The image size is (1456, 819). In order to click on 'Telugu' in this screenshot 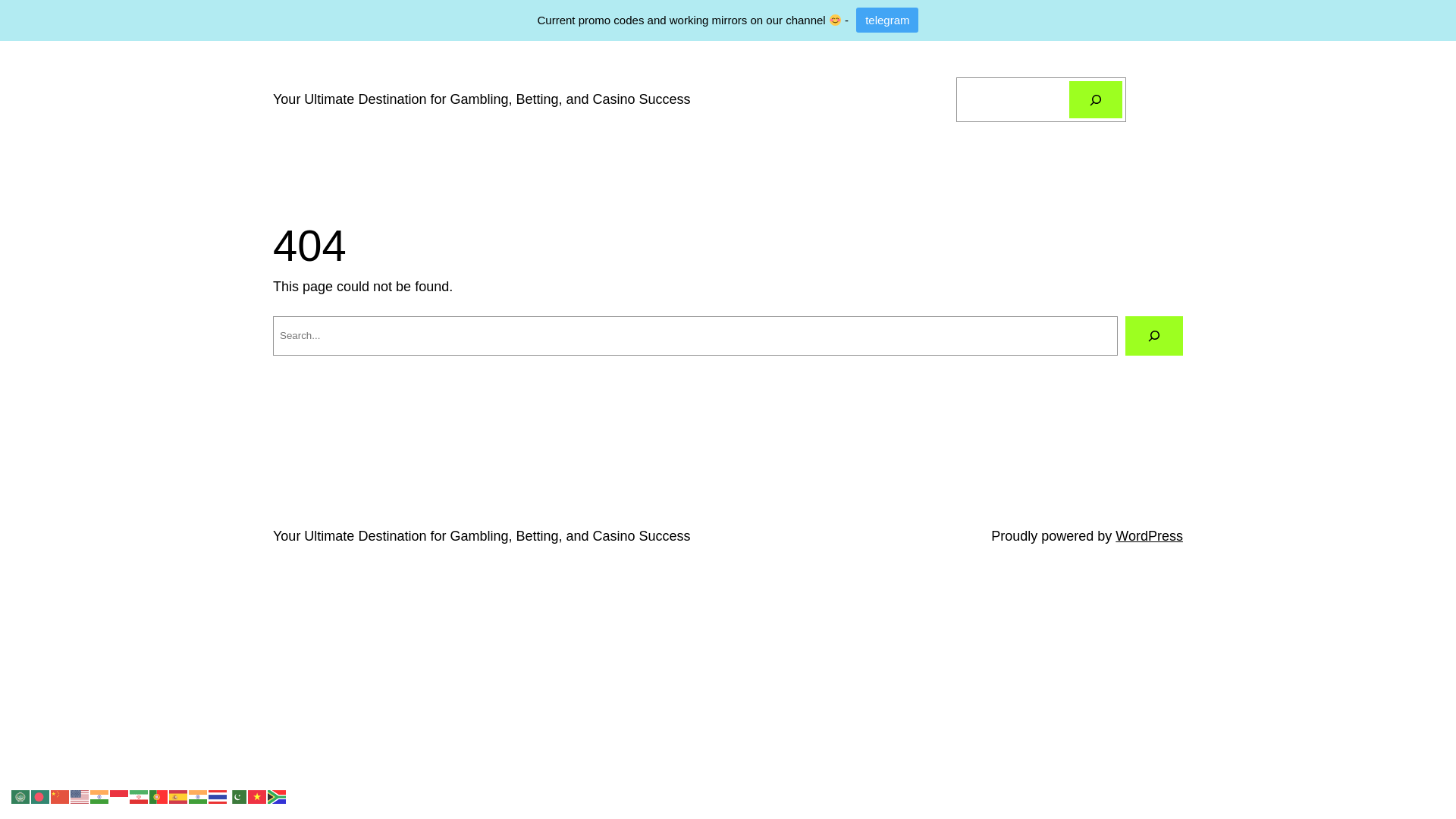, I will do `click(188, 795)`.